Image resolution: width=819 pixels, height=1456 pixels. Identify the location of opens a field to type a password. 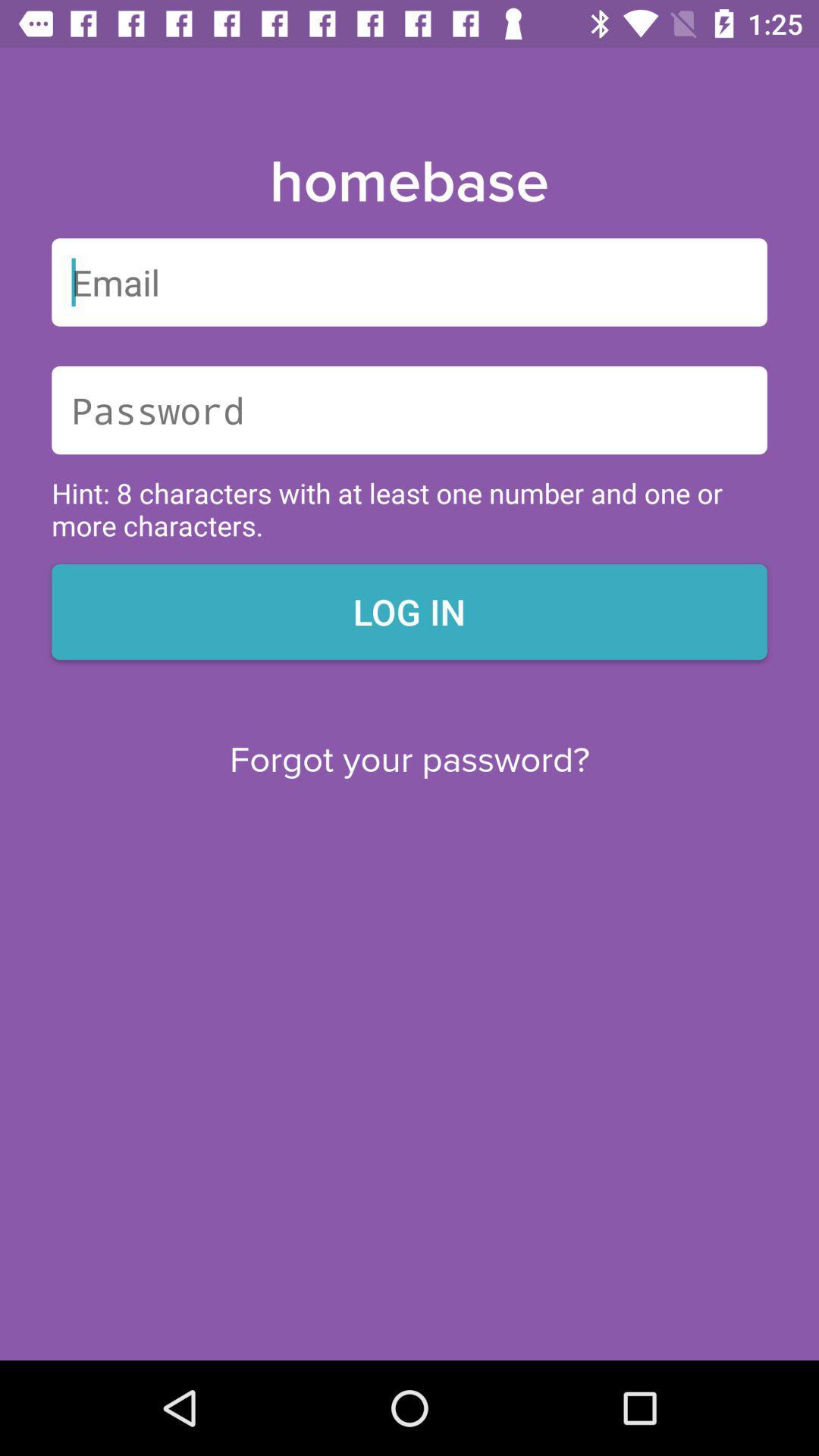
(409, 410).